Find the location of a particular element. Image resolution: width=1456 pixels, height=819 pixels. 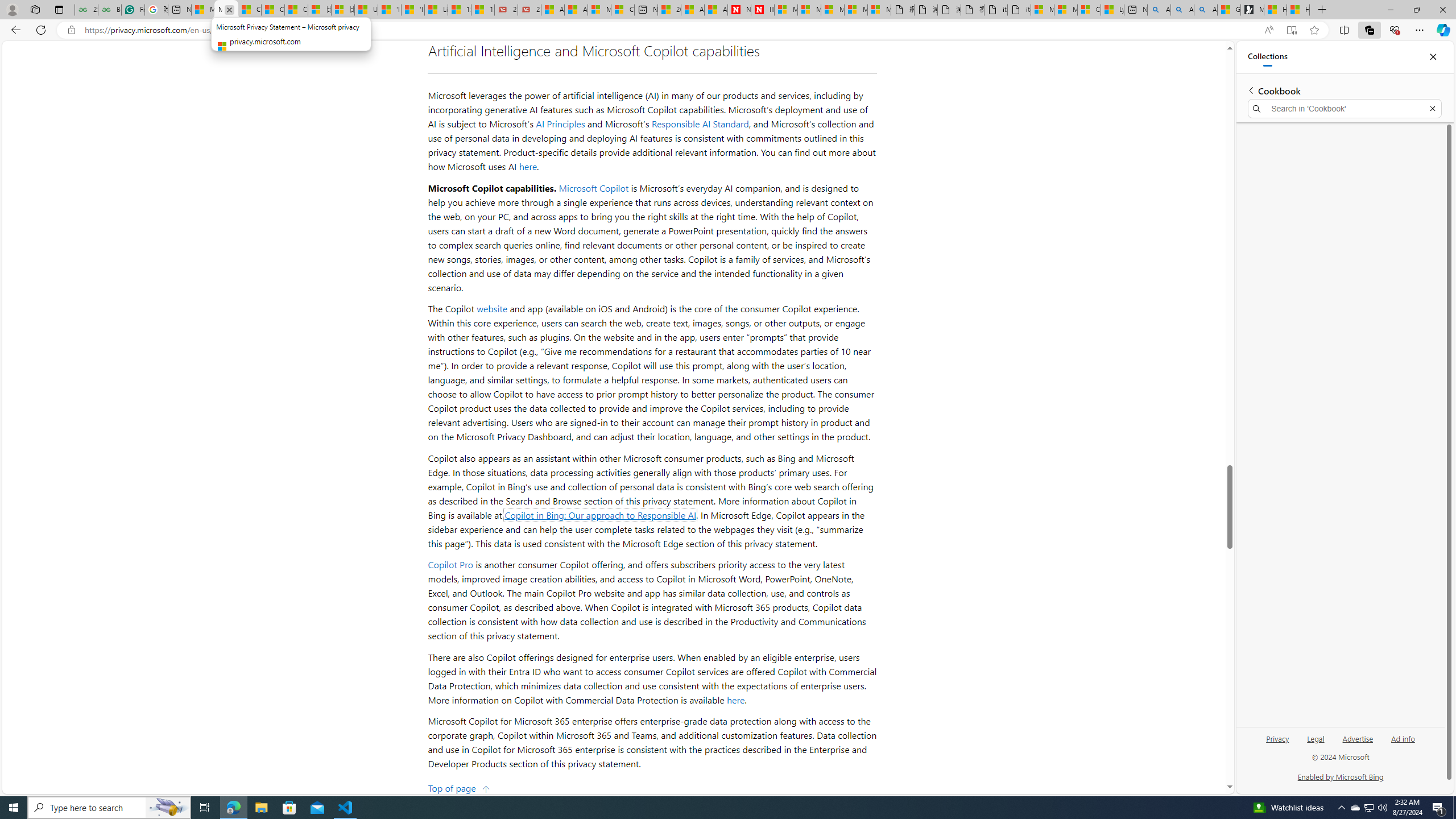

'itconcepthk.com/projector_solutions.mp4' is located at coordinates (1019, 9).